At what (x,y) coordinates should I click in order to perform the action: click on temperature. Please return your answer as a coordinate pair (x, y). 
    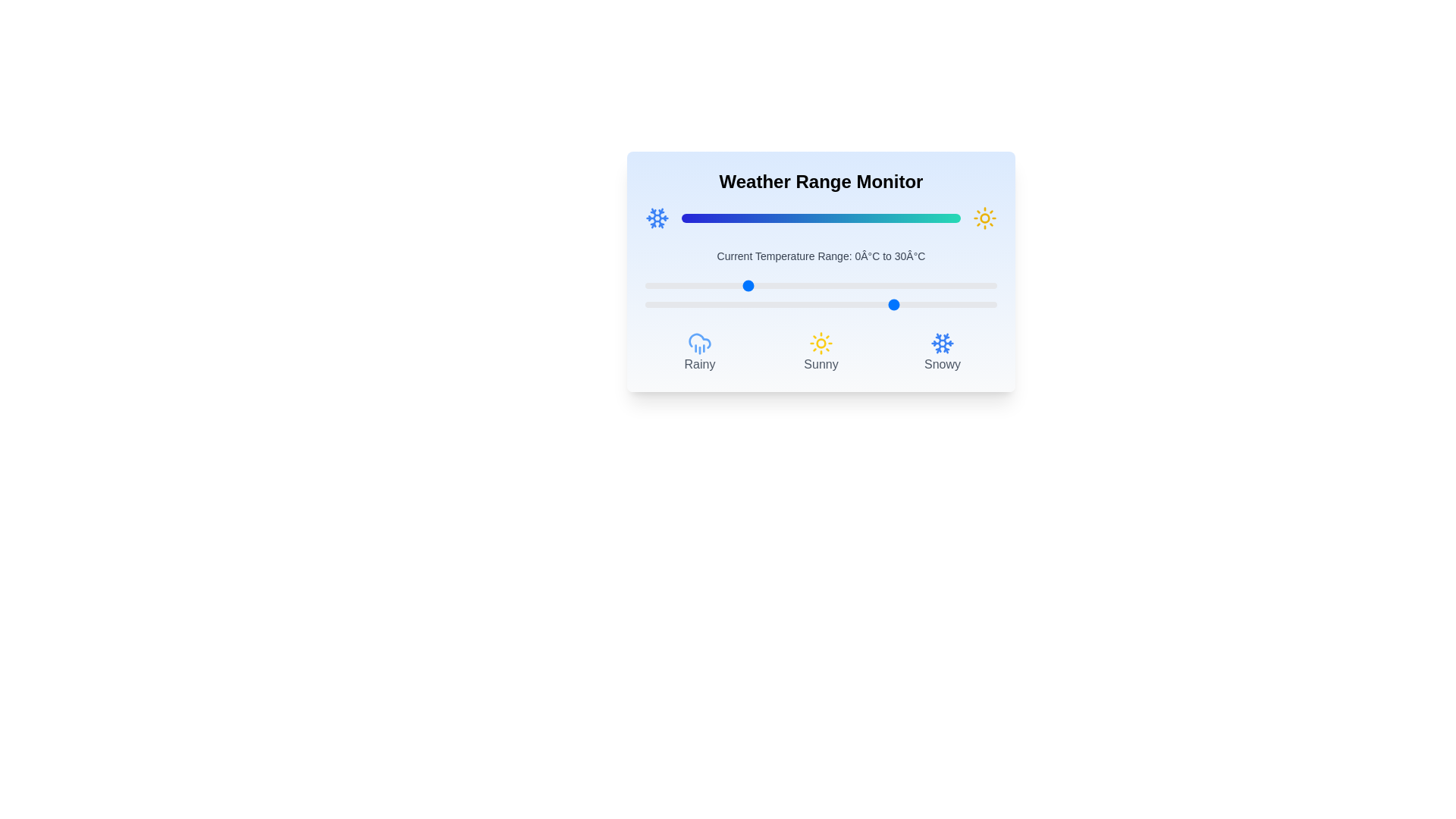
    Looking at the image, I should click on (725, 304).